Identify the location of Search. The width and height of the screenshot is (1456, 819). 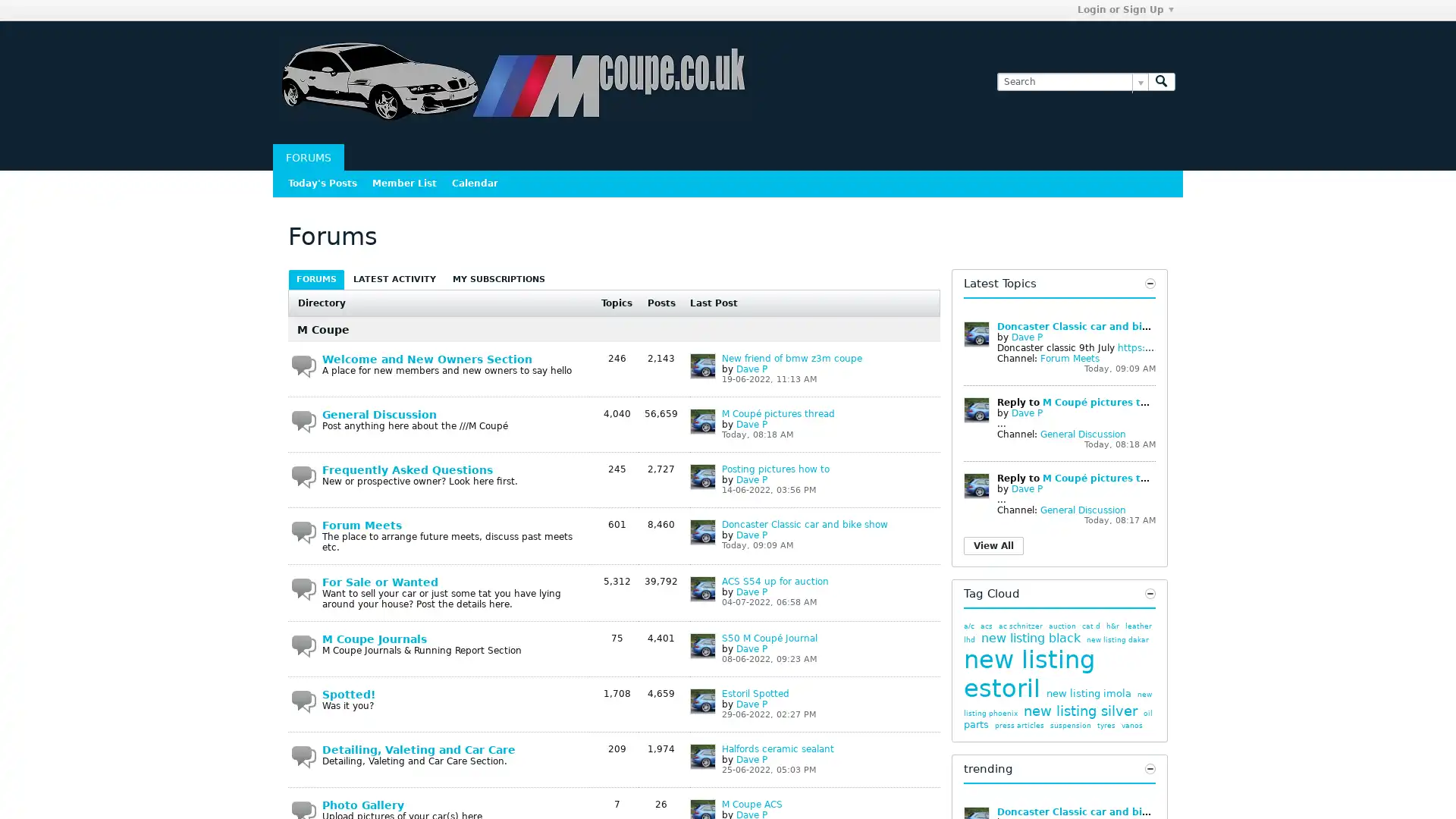
(1160, 81).